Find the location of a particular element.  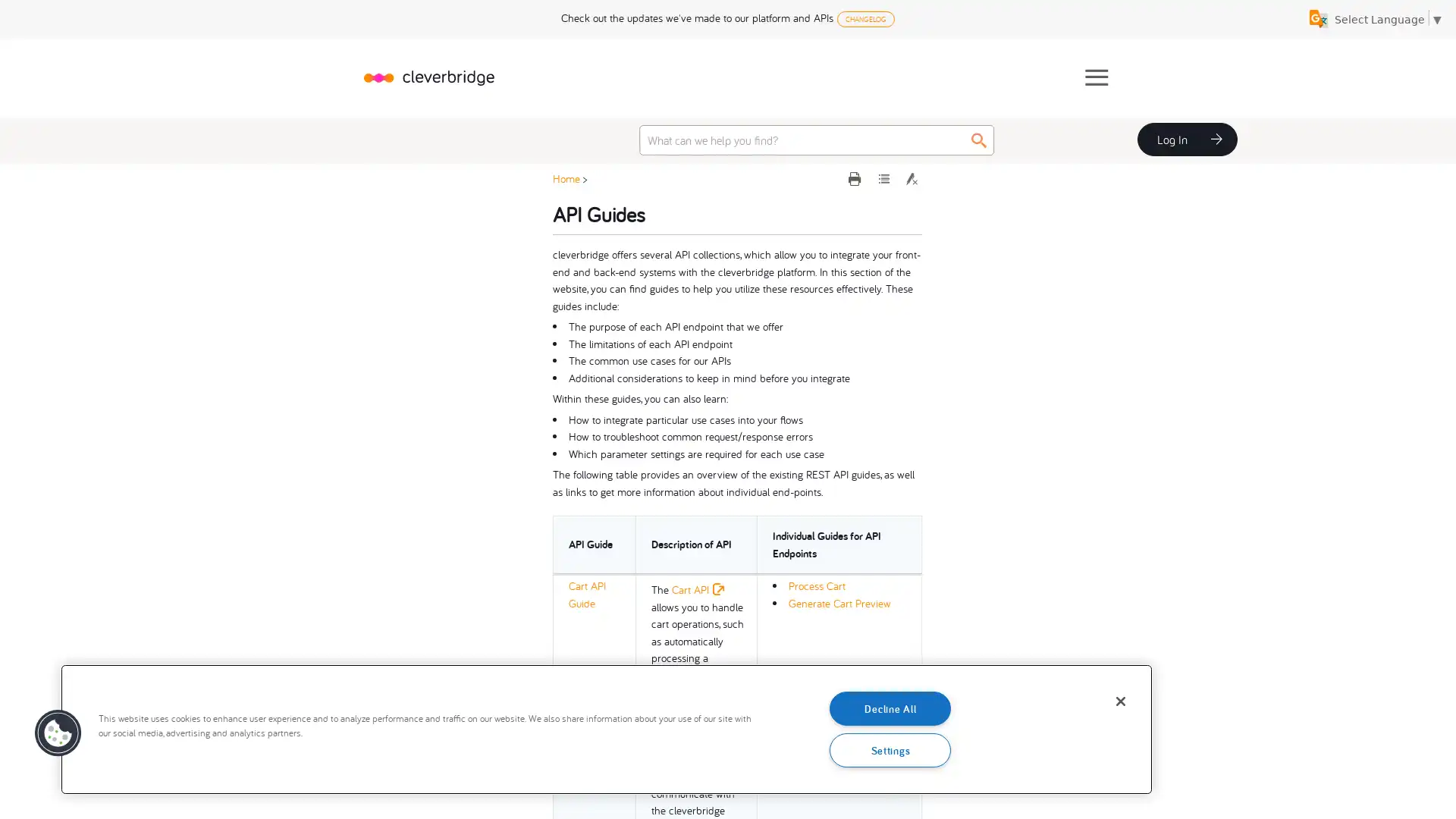

Close is located at coordinates (1121, 701).